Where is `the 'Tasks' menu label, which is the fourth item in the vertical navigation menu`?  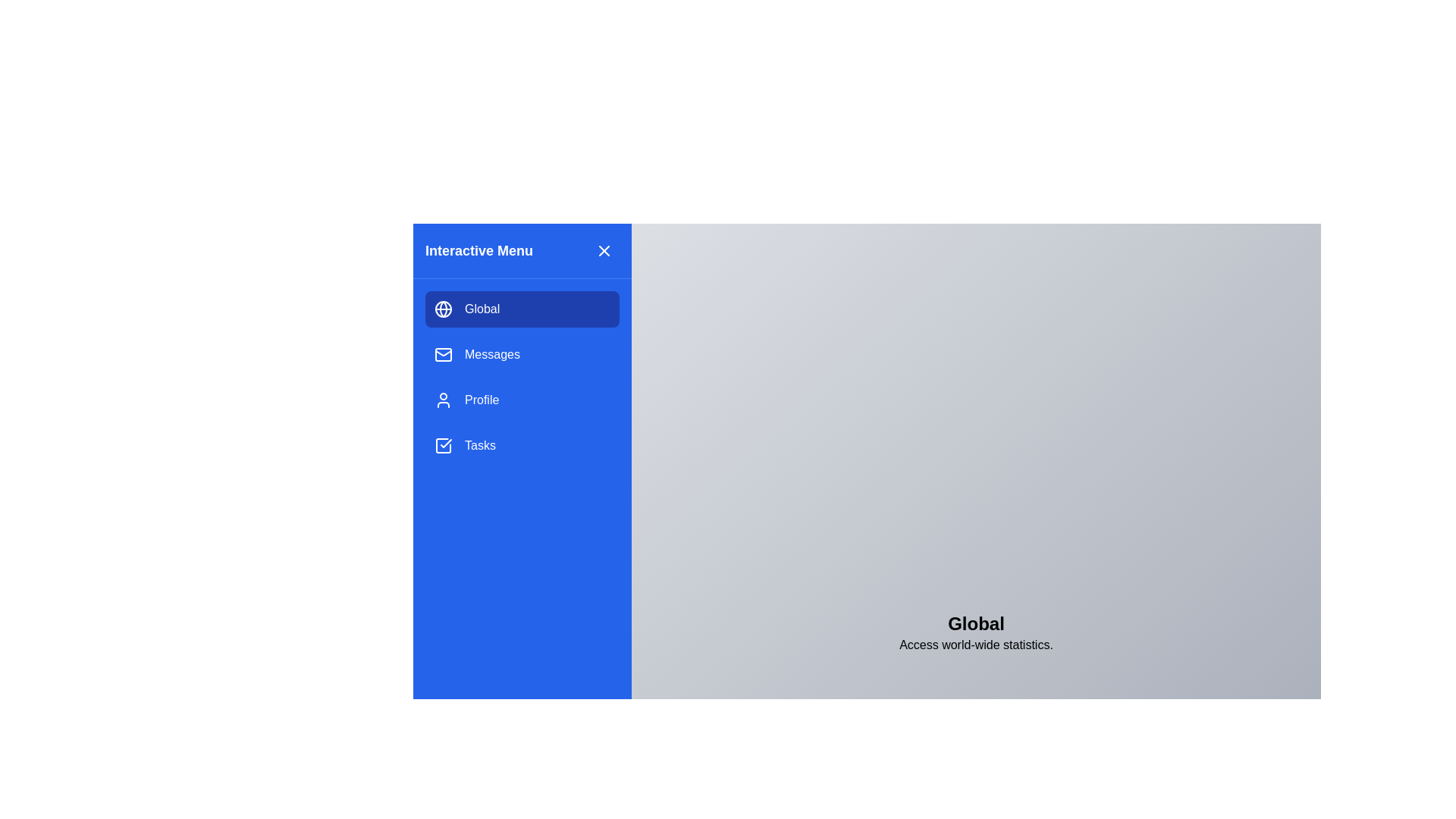 the 'Tasks' menu label, which is the fourth item in the vertical navigation menu is located at coordinates (479, 444).